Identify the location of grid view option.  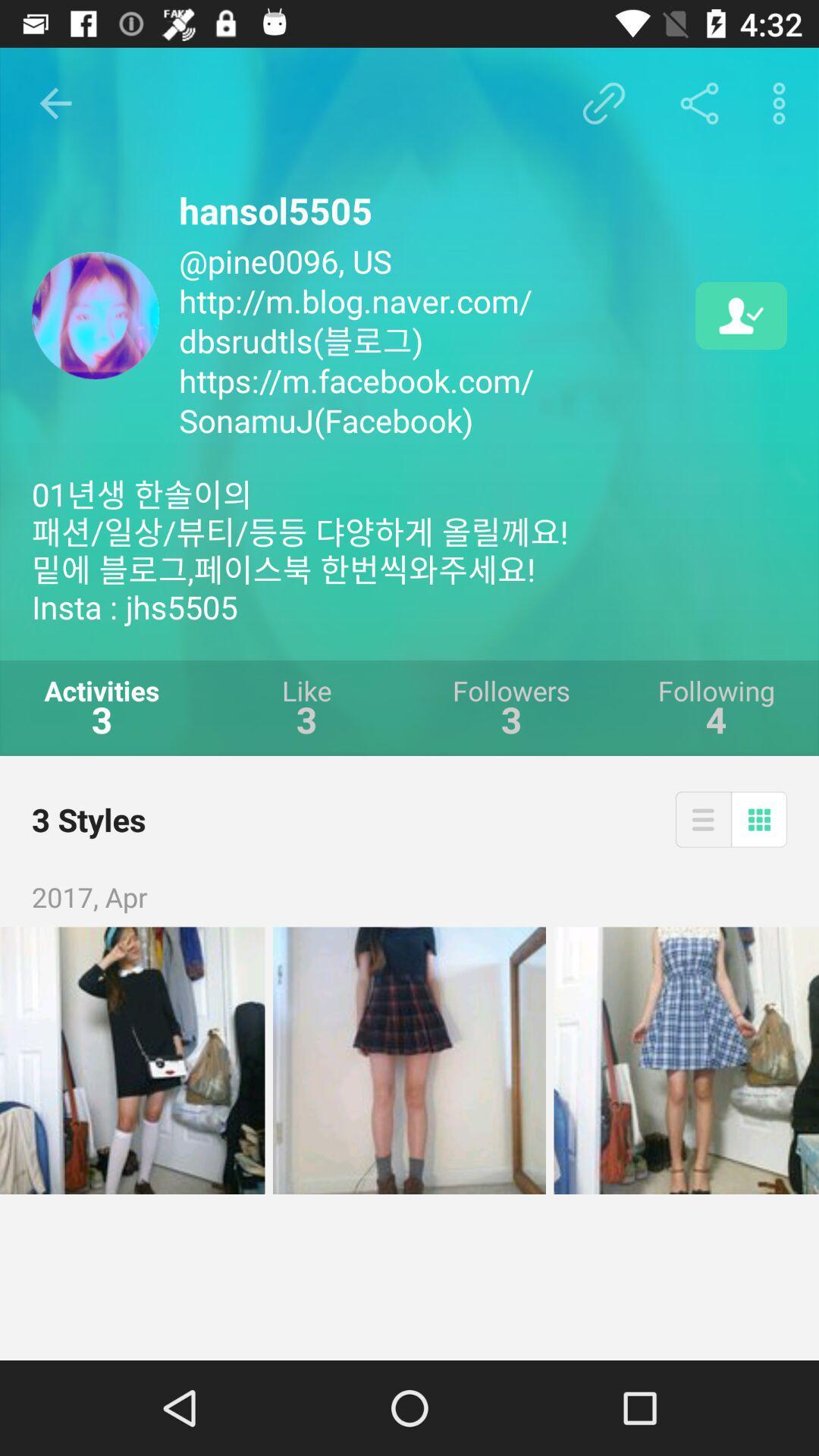
(759, 818).